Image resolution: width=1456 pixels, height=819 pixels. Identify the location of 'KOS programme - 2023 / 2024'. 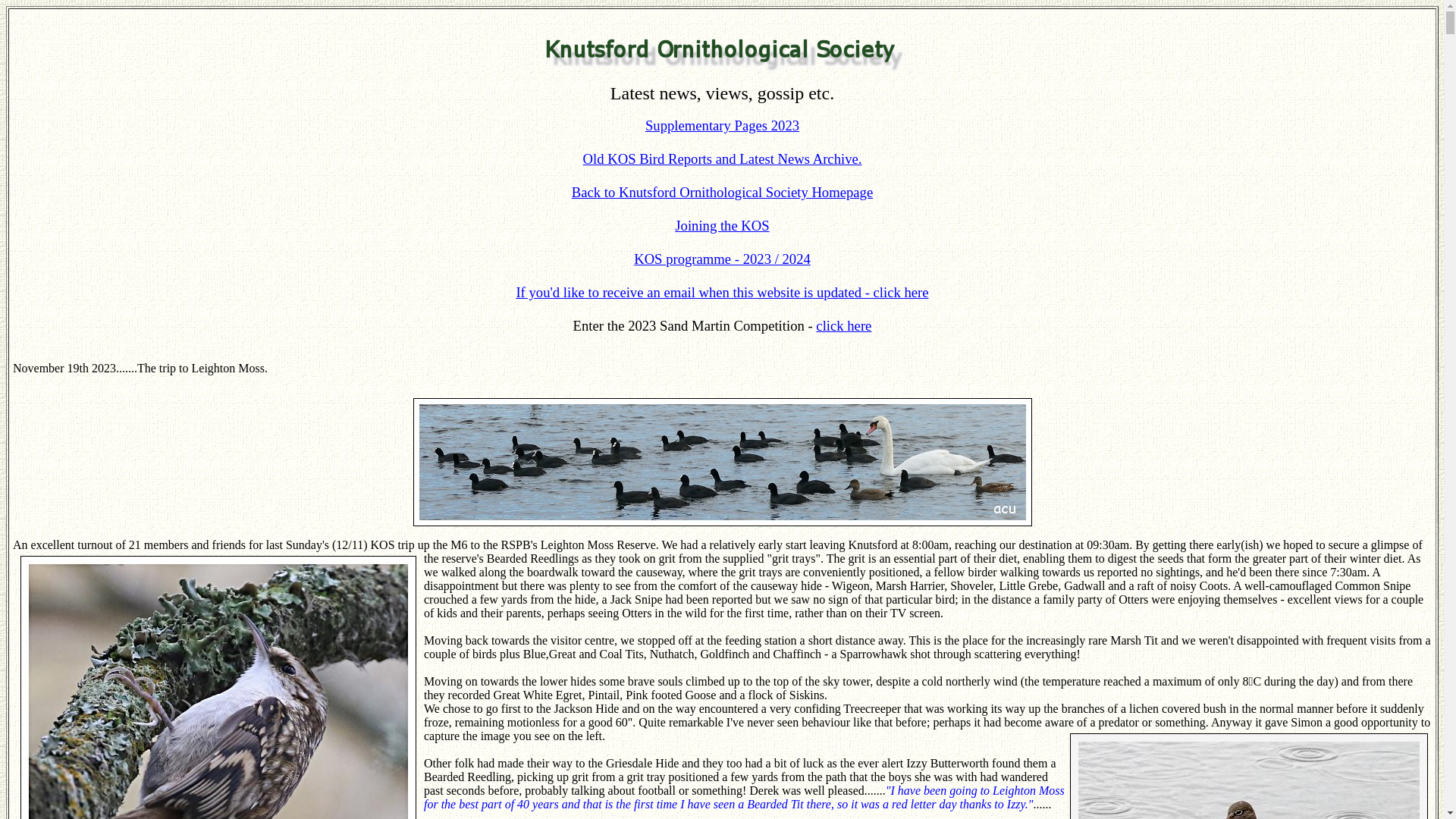
(721, 258).